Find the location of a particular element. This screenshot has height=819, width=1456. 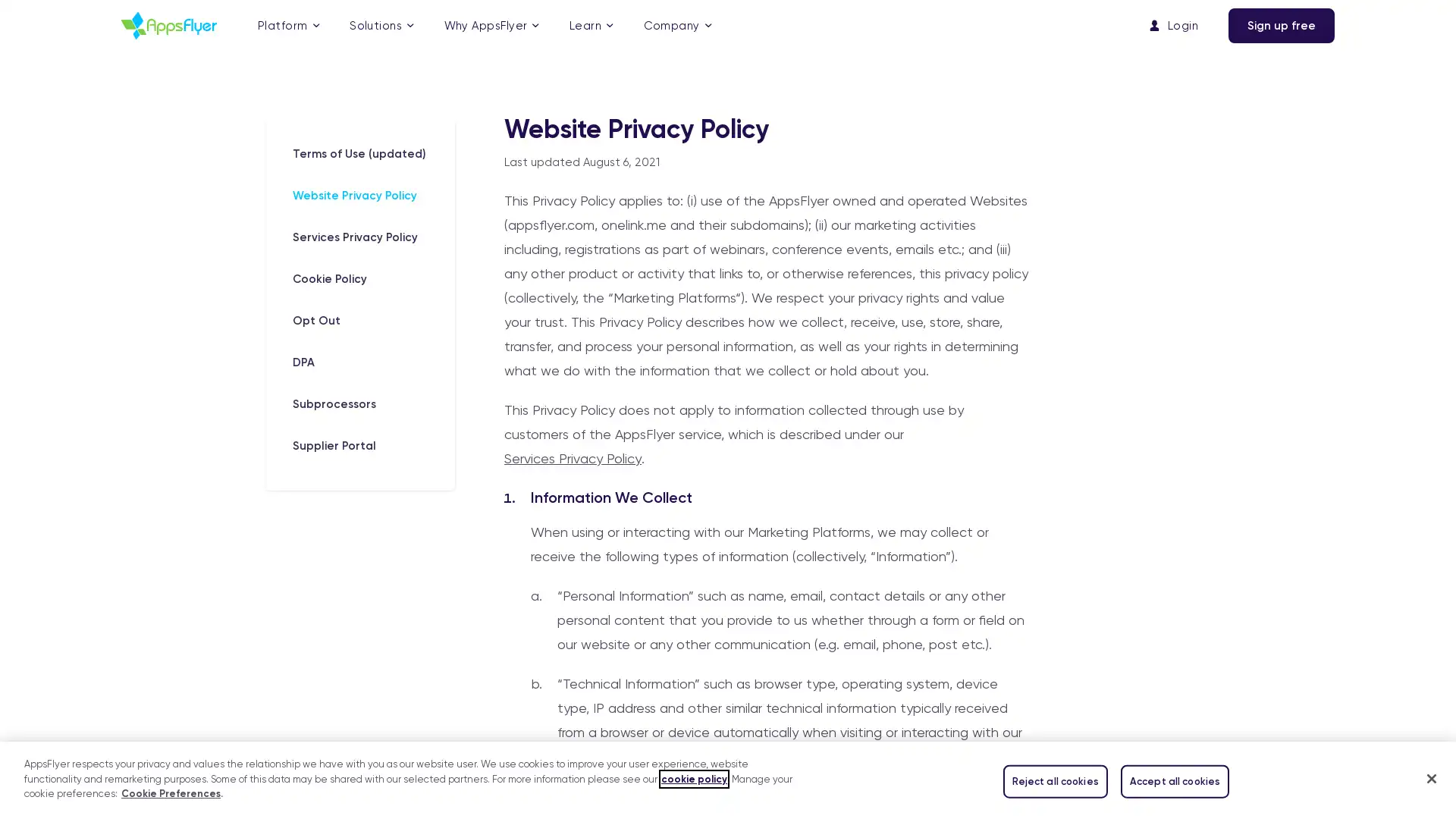

Close is located at coordinates (1430, 778).